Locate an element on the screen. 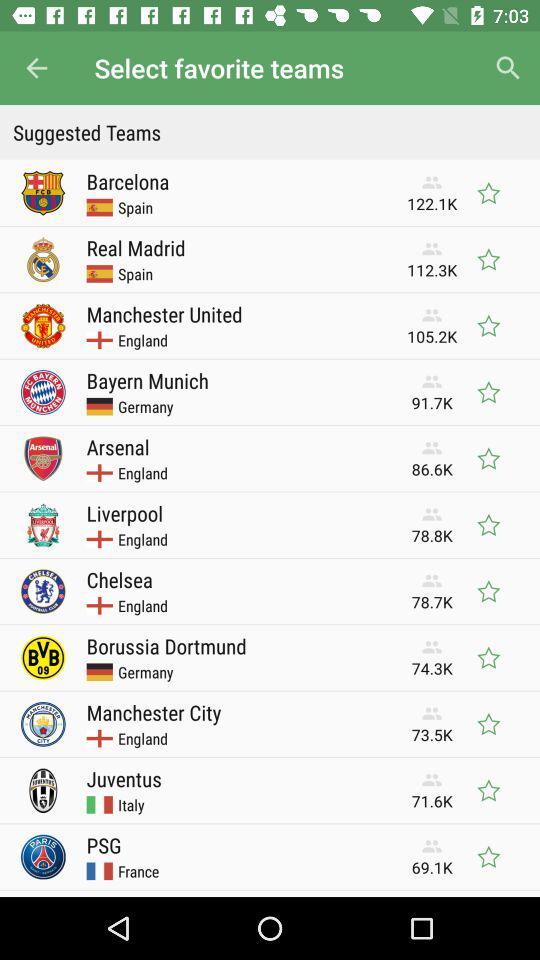  the icon next to 91.7k is located at coordinates (146, 379).